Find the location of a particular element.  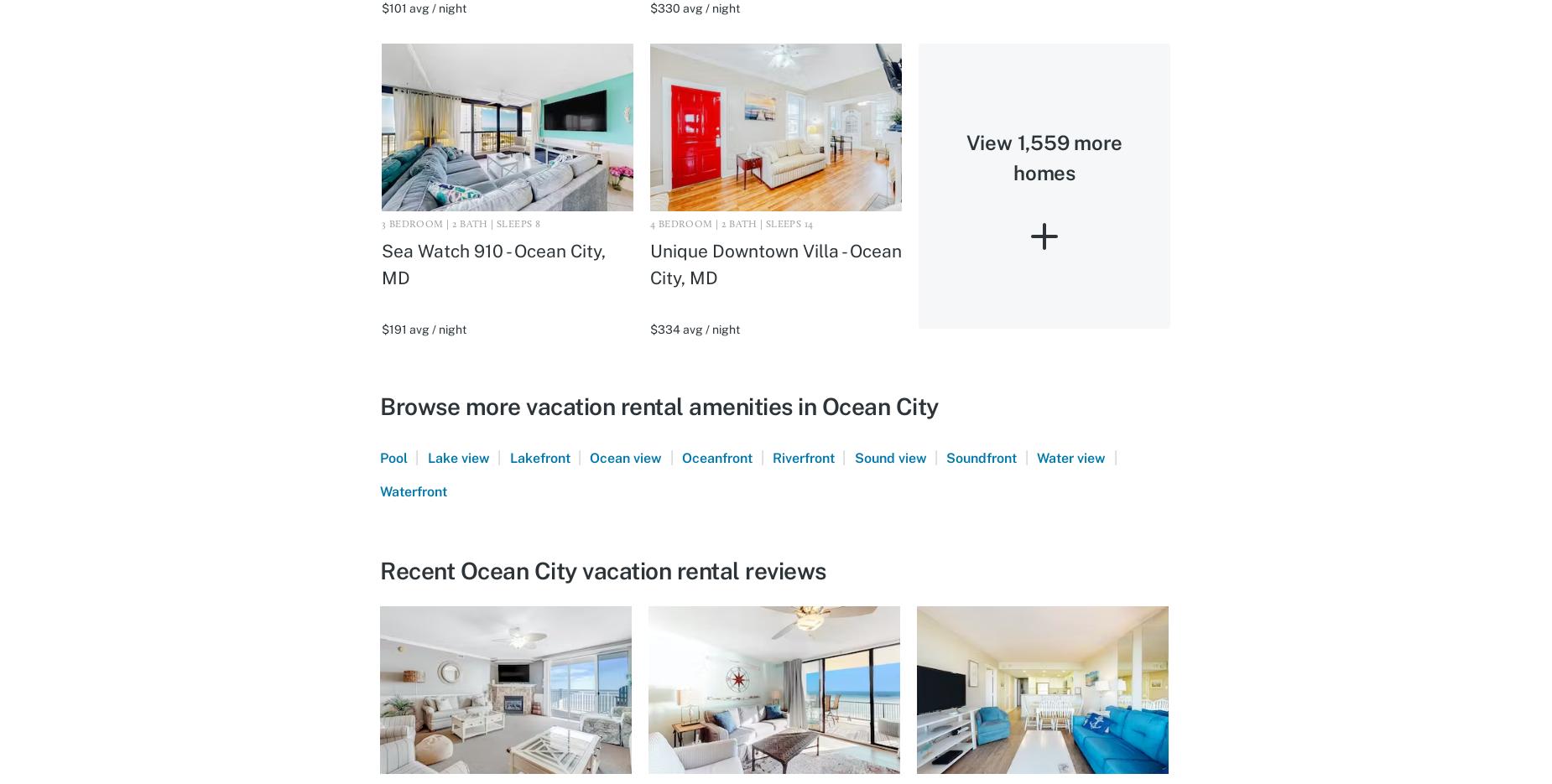

'Recent Ocean City vacation rental reviews' is located at coordinates (602, 569).